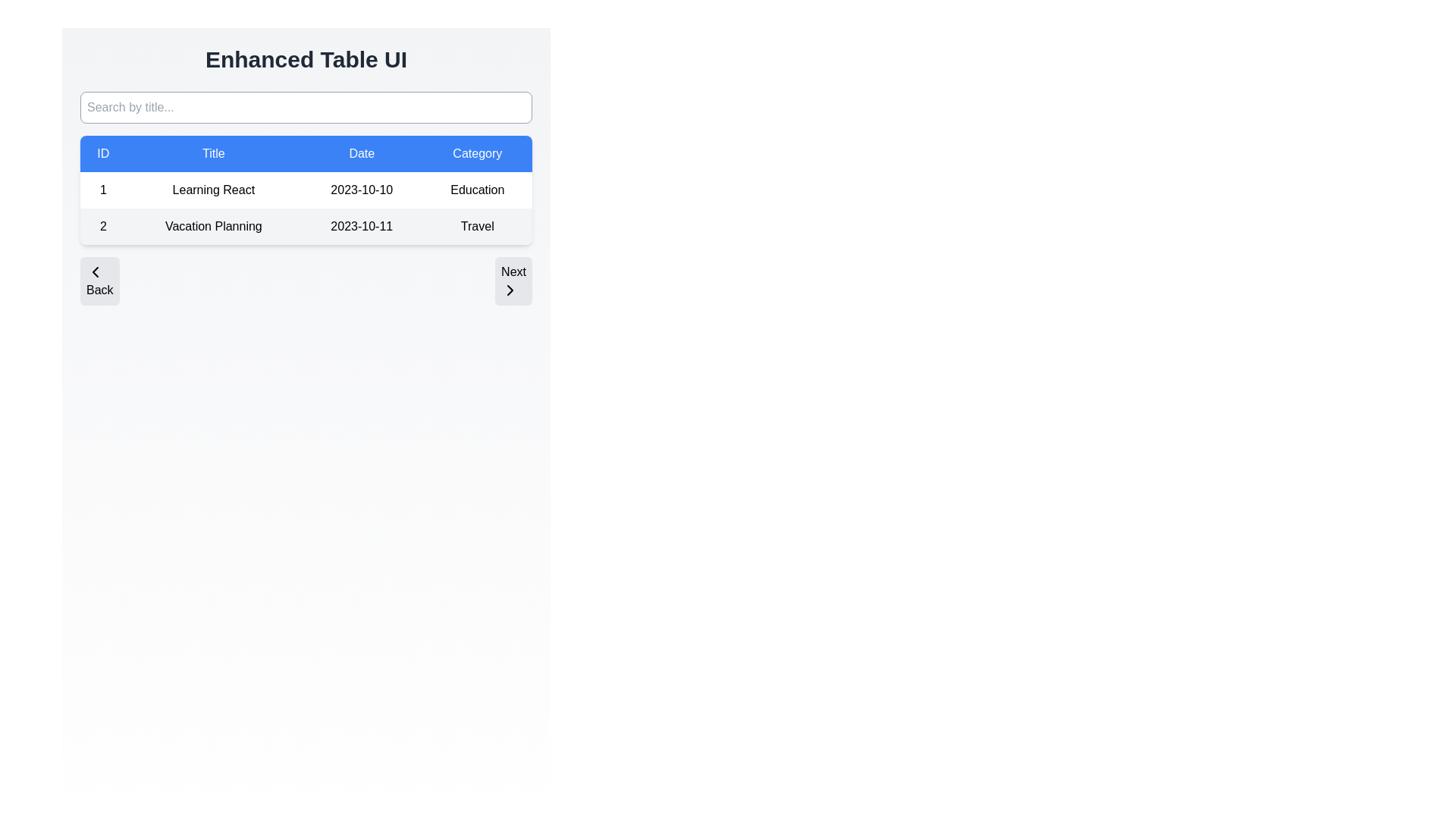 This screenshot has height=819, width=1456. Describe the element at coordinates (212, 227) in the screenshot. I see `the 'Vacation Planning' text label located in the second row under the 'Title' column of the table` at that location.